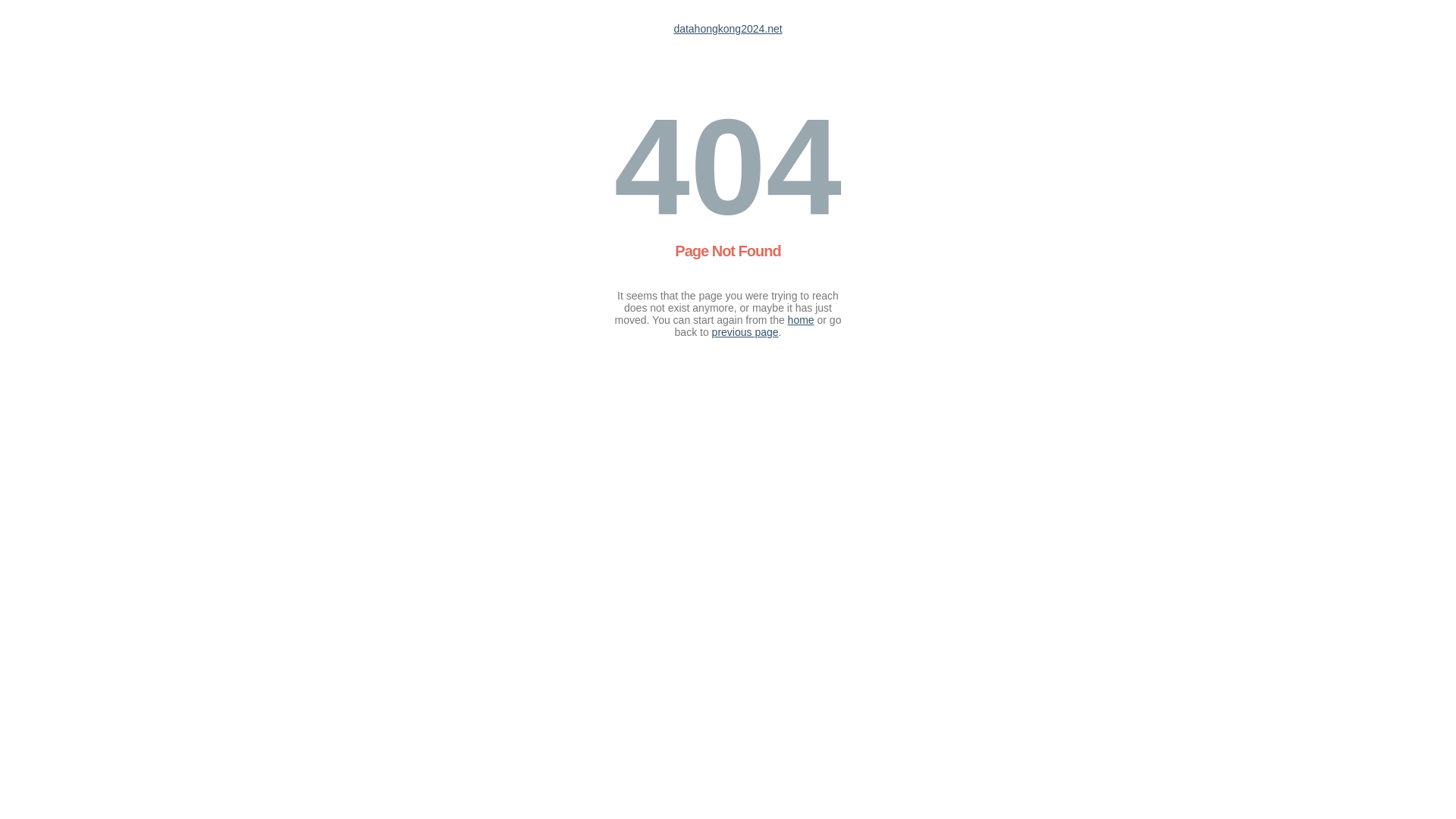 Image resolution: width=1456 pixels, height=819 pixels. I want to click on 'datahongkong2024.net', so click(673, 29).